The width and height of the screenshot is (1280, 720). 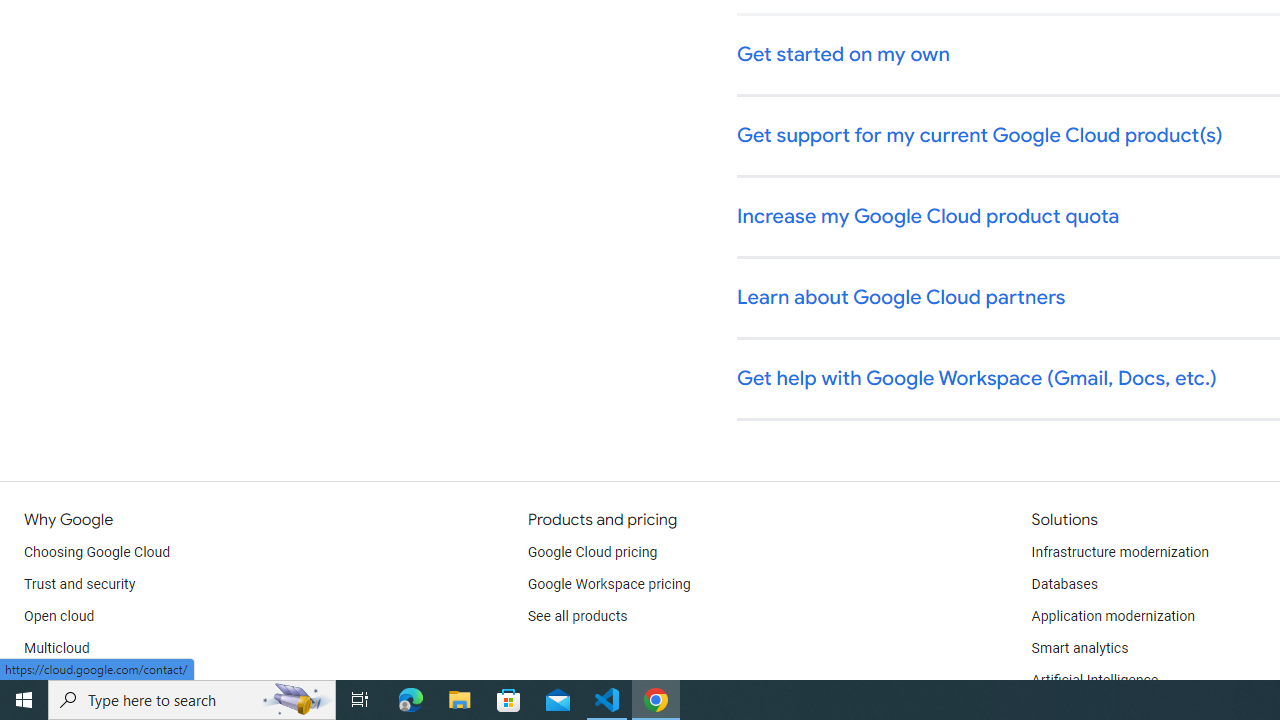 What do you see at coordinates (1120, 552) in the screenshot?
I see `'Infrastructure modernization'` at bounding box center [1120, 552].